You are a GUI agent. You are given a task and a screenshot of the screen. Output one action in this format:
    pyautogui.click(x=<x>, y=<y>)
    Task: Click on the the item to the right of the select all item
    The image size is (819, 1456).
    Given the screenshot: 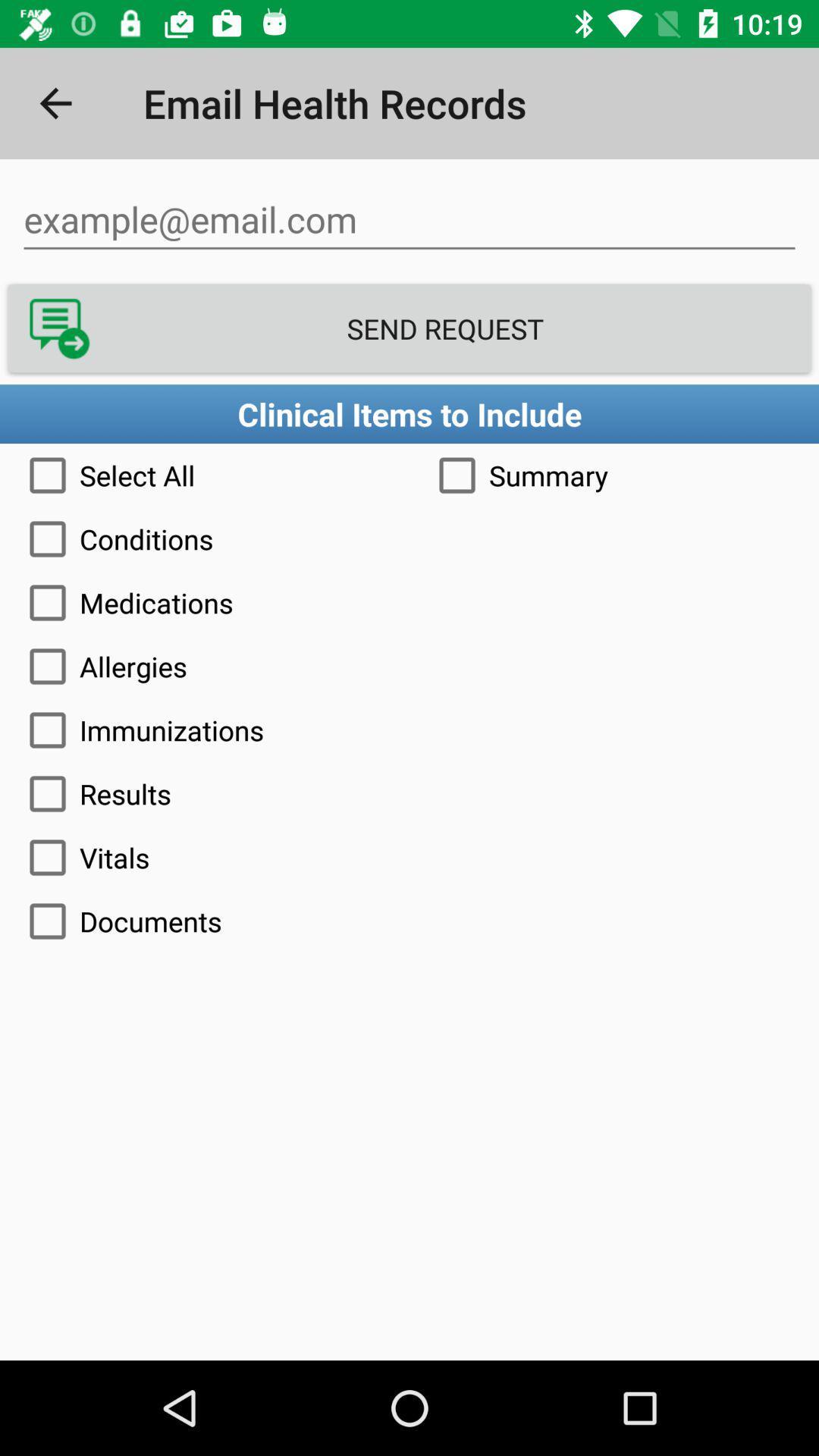 What is the action you would take?
    pyautogui.click(x=614, y=475)
    